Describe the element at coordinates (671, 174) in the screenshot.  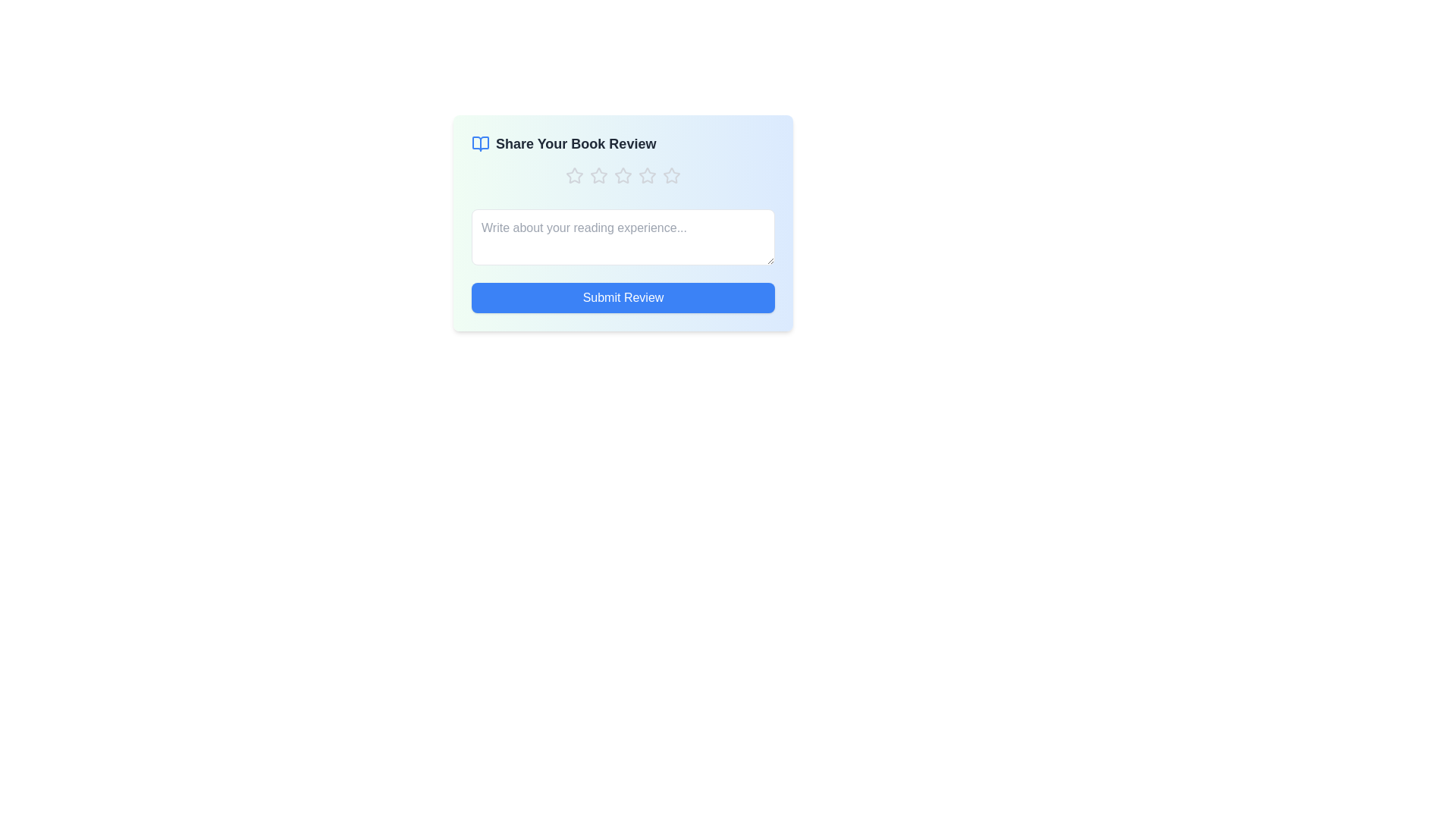
I see `the book rating to 5 stars by clicking on the corresponding star` at that location.